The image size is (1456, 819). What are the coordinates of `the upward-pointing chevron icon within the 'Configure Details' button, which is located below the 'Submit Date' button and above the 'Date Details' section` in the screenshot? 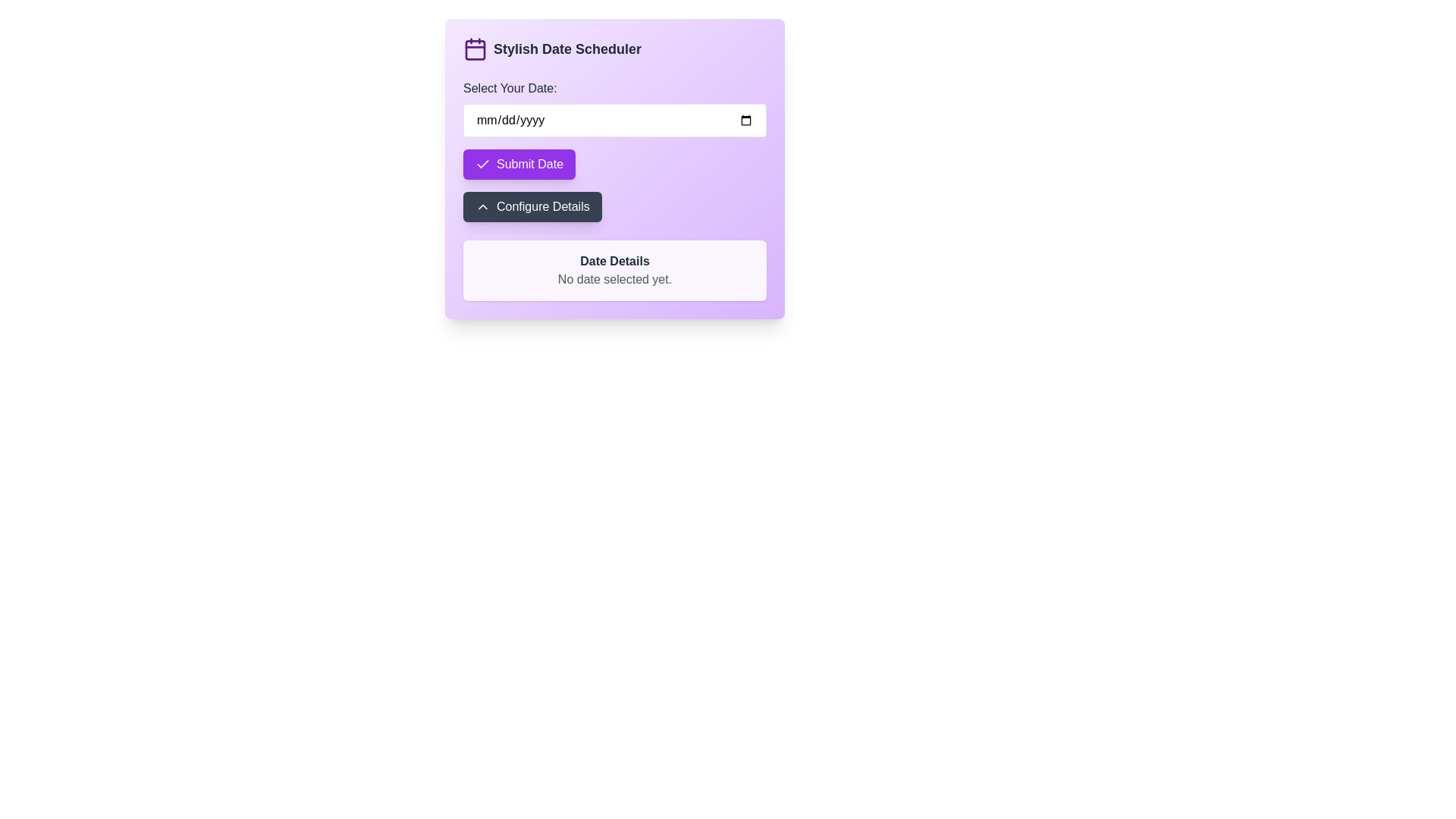 It's located at (482, 207).